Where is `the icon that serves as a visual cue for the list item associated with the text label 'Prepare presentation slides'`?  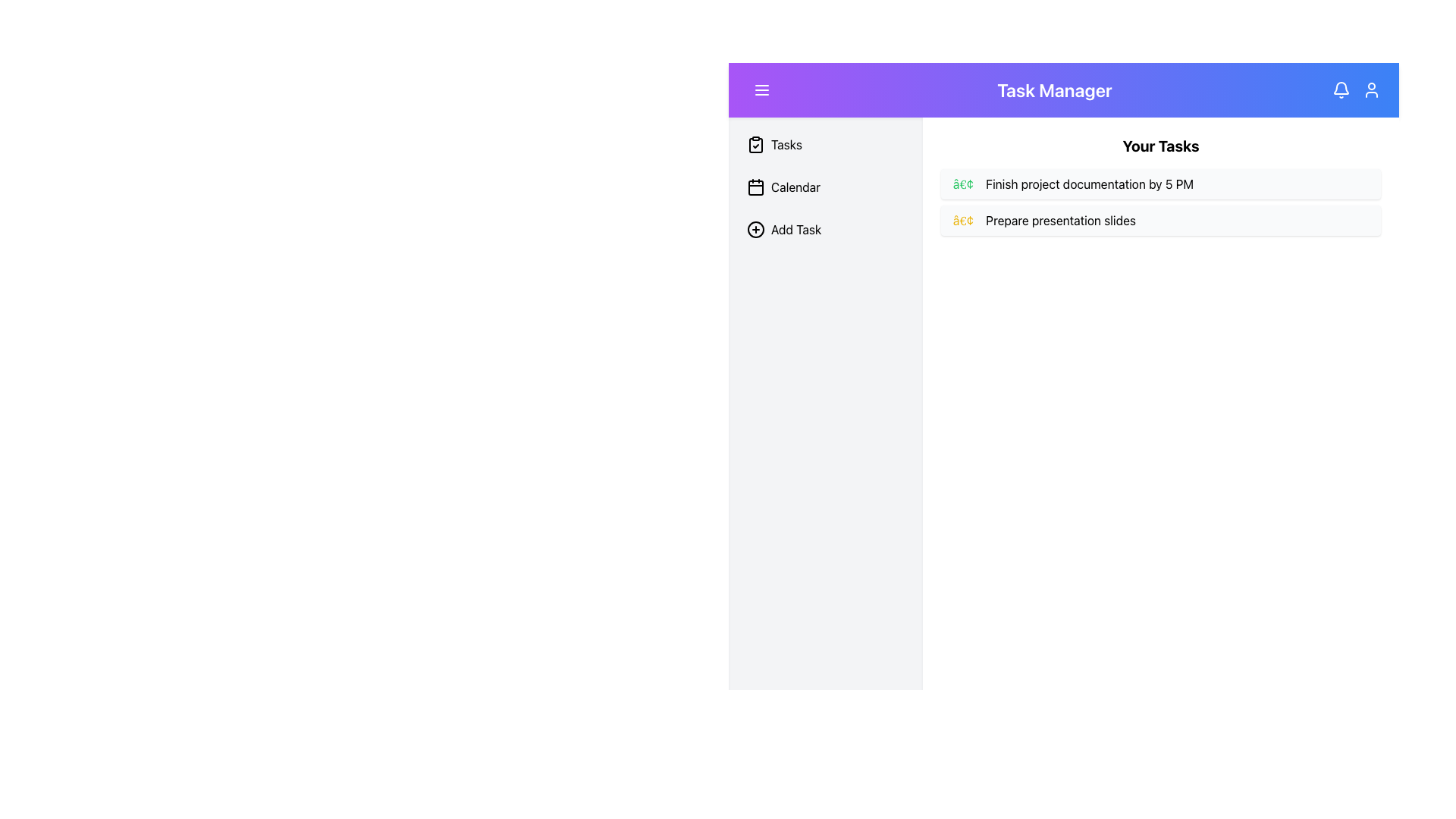
the icon that serves as a visual cue for the list item associated with the text label 'Prepare presentation slides' is located at coordinates (962, 220).